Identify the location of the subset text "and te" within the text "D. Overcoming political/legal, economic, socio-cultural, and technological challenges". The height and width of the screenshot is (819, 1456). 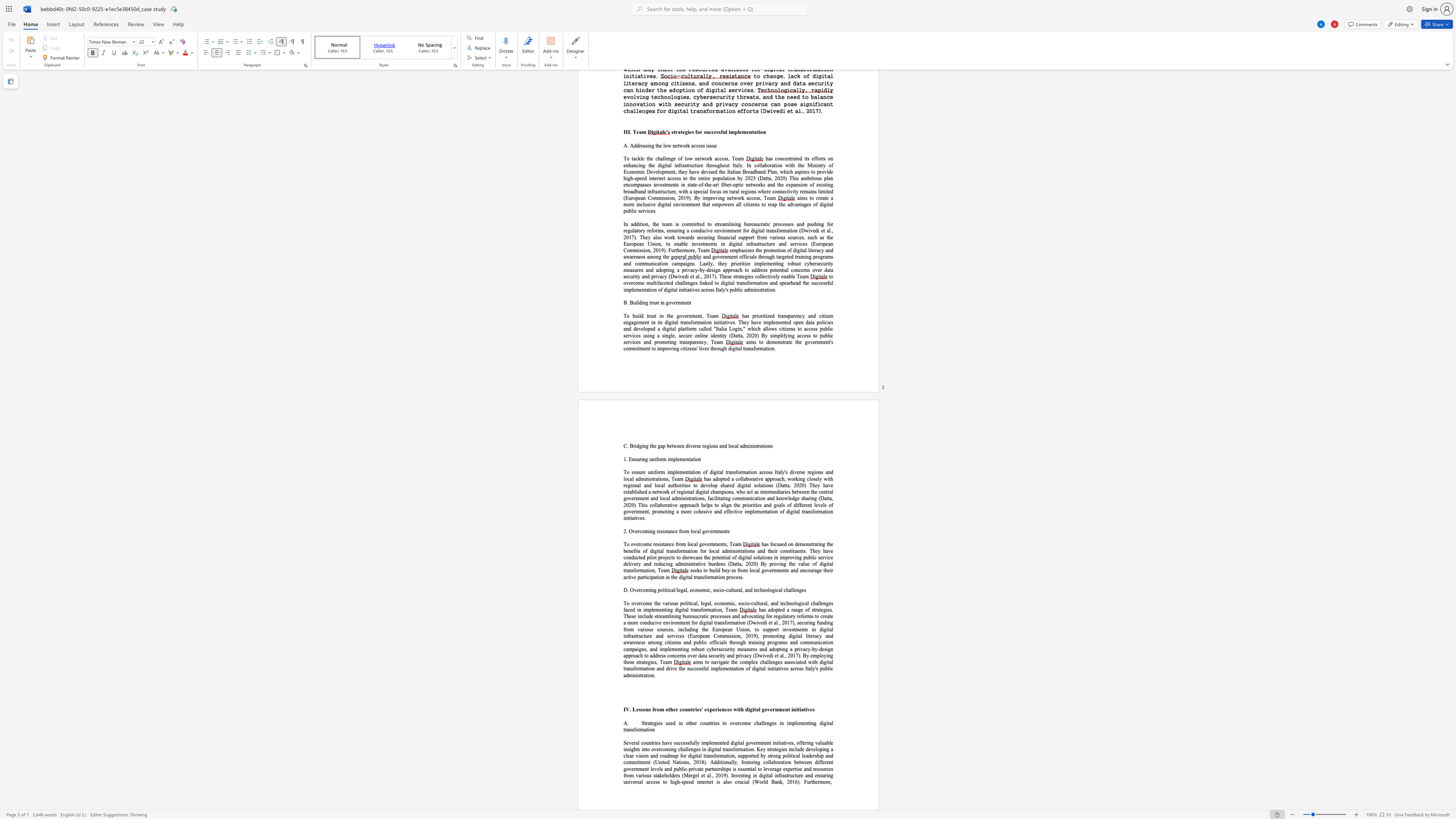
(745, 590).